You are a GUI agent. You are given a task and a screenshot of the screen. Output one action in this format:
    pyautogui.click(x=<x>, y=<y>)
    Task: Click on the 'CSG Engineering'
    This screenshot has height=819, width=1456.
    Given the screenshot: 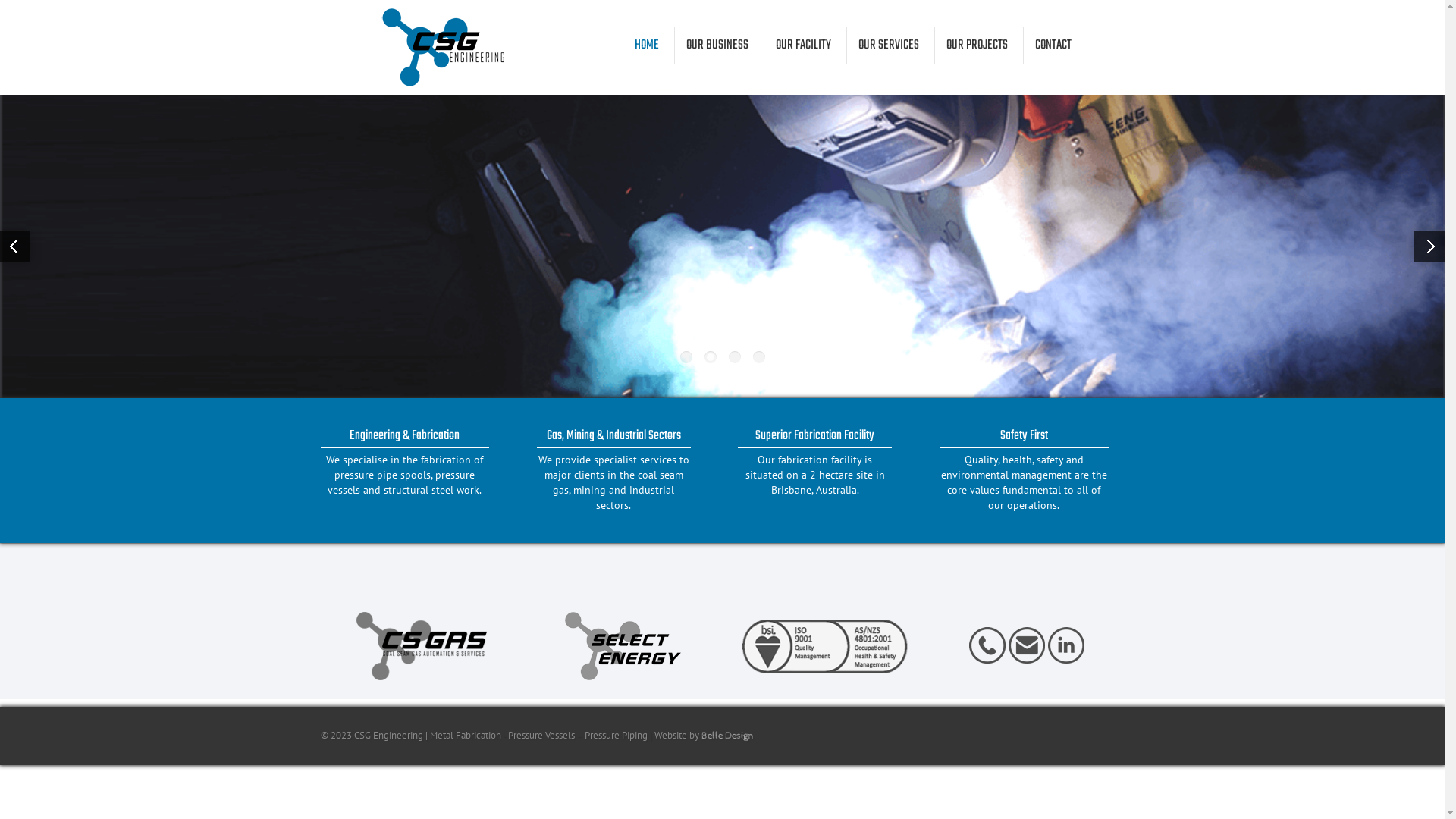 What is the action you would take?
    pyautogui.click(x=440, y=30)
    